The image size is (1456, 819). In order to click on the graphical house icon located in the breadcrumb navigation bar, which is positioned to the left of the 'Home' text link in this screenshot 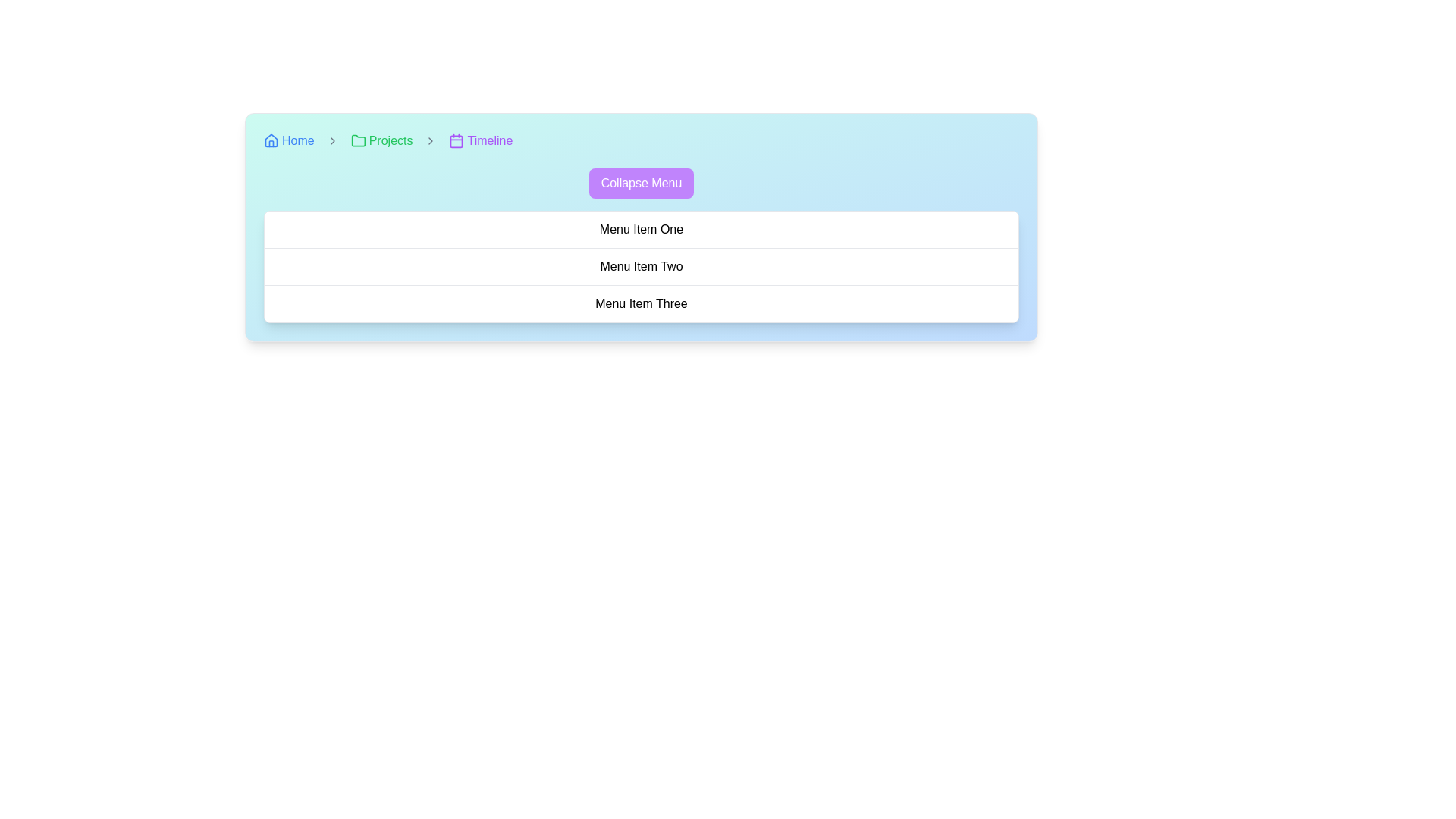, I will do `click(271, 140)`.